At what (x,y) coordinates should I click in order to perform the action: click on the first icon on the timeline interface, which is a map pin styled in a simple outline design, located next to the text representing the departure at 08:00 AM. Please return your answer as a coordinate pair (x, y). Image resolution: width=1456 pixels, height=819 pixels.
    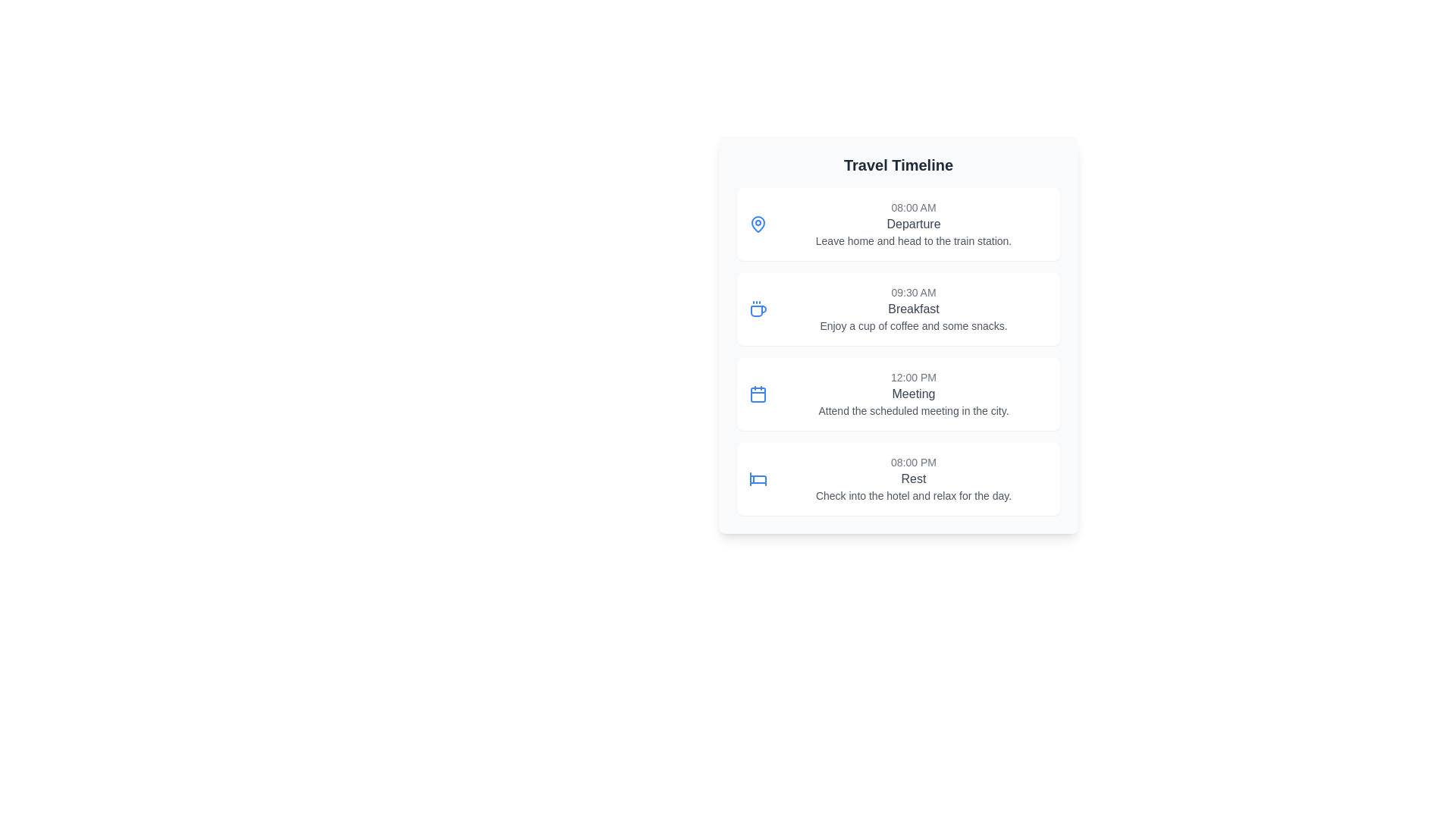
    Looking at the image, I should click on (758, 223).